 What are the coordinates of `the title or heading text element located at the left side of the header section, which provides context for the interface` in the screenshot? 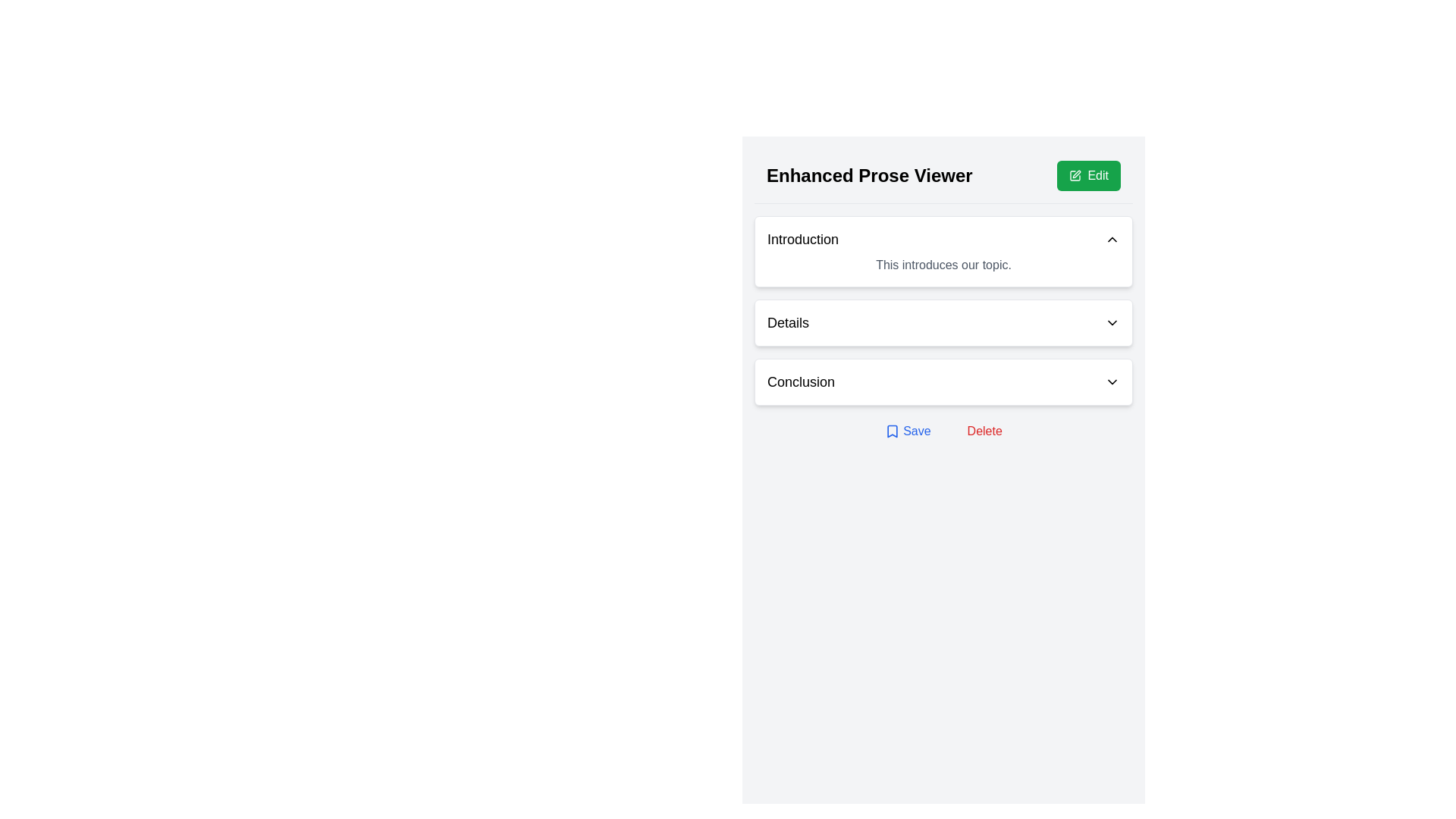 It's located at (869, 174).